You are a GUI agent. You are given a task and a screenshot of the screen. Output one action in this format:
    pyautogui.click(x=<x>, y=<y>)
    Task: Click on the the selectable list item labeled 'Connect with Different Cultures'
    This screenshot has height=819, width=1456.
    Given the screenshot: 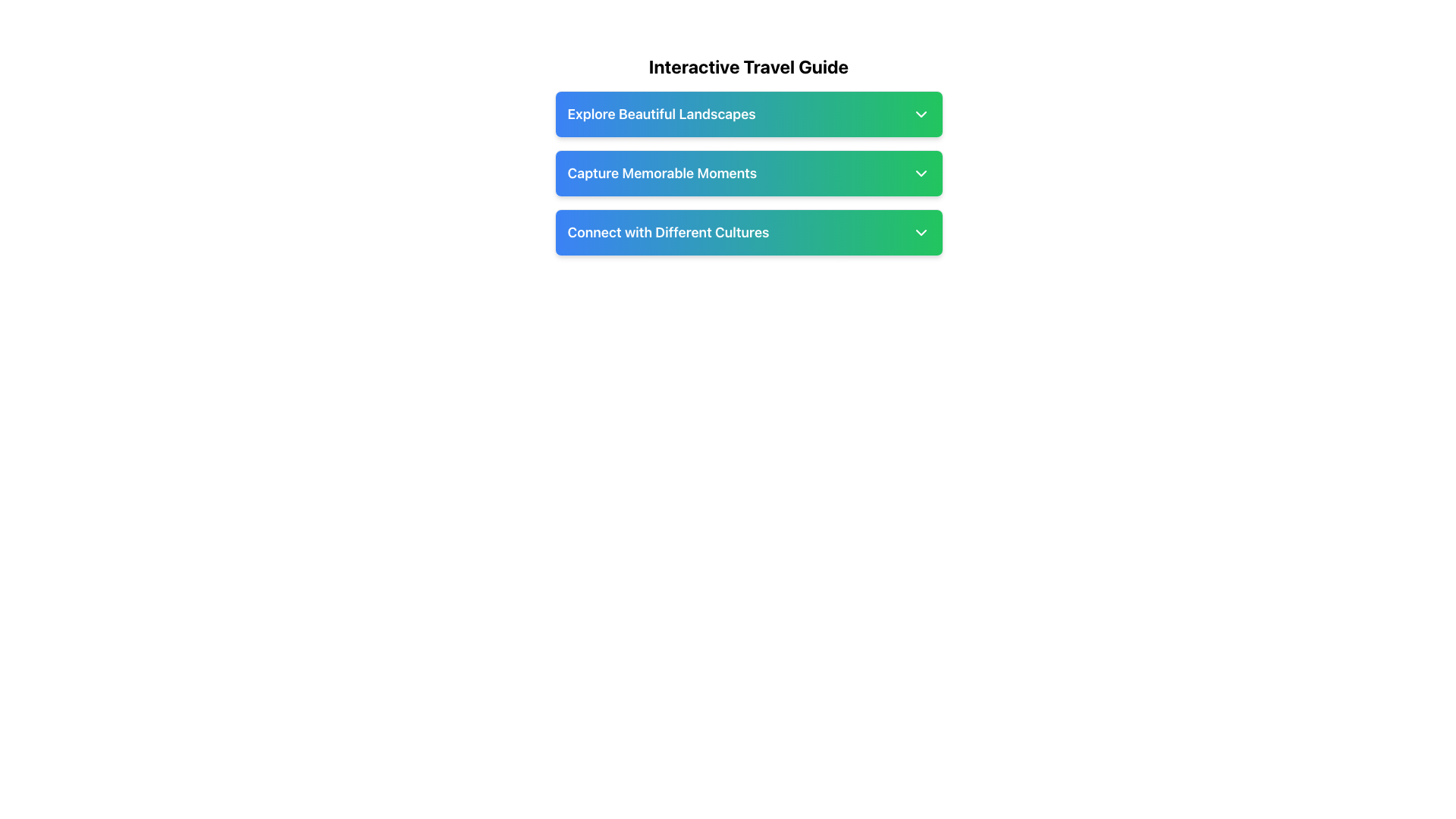 What is the action you would take?
    pyautogui.click(x=748, y=233)
    